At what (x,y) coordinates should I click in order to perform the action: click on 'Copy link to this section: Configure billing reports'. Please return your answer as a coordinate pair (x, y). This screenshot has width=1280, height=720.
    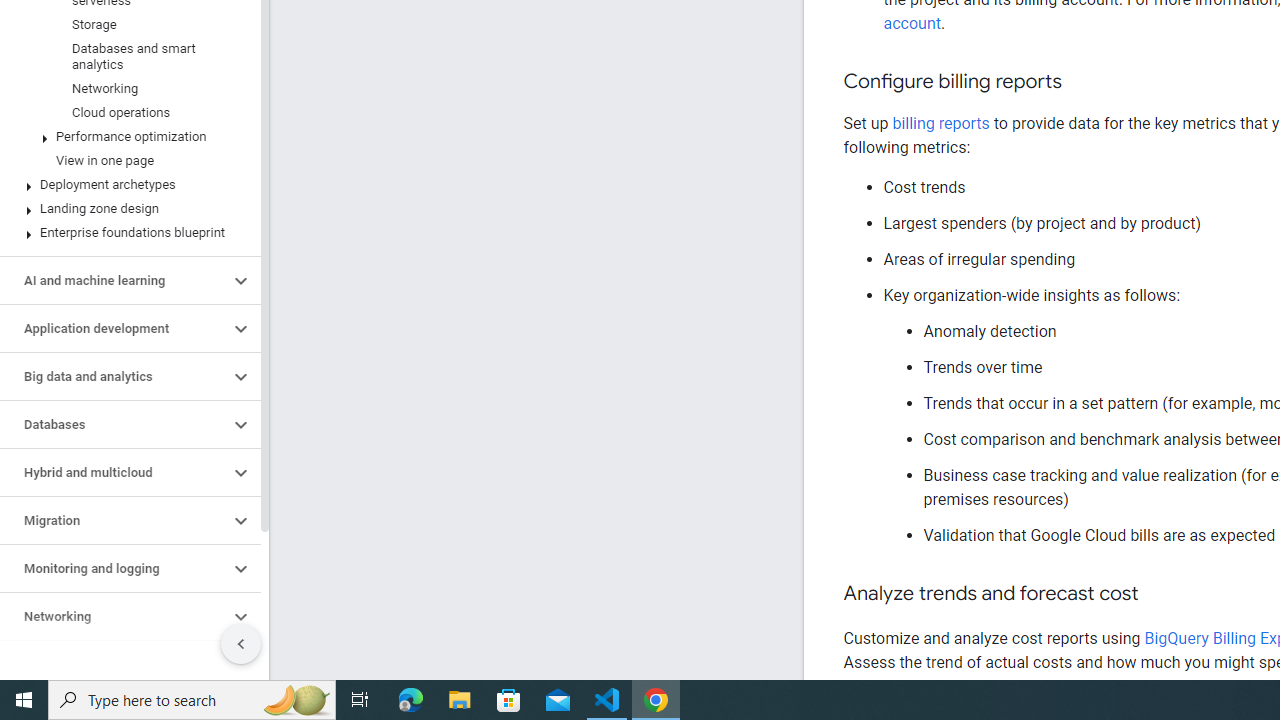
    Looking at the image, I should click on (1080, 81).